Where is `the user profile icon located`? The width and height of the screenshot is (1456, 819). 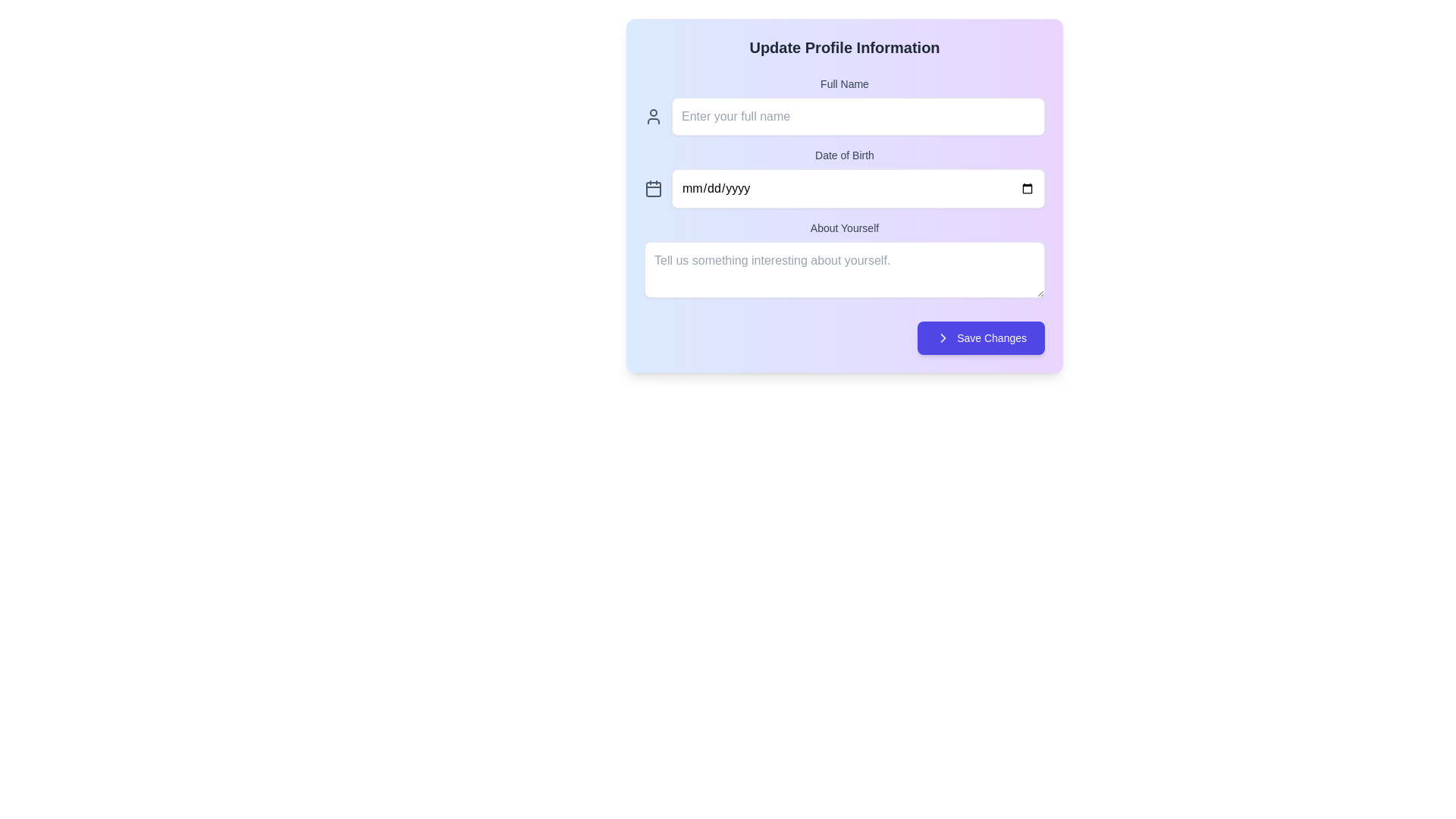
the user profile icon located is located at coordinates (654, 116).